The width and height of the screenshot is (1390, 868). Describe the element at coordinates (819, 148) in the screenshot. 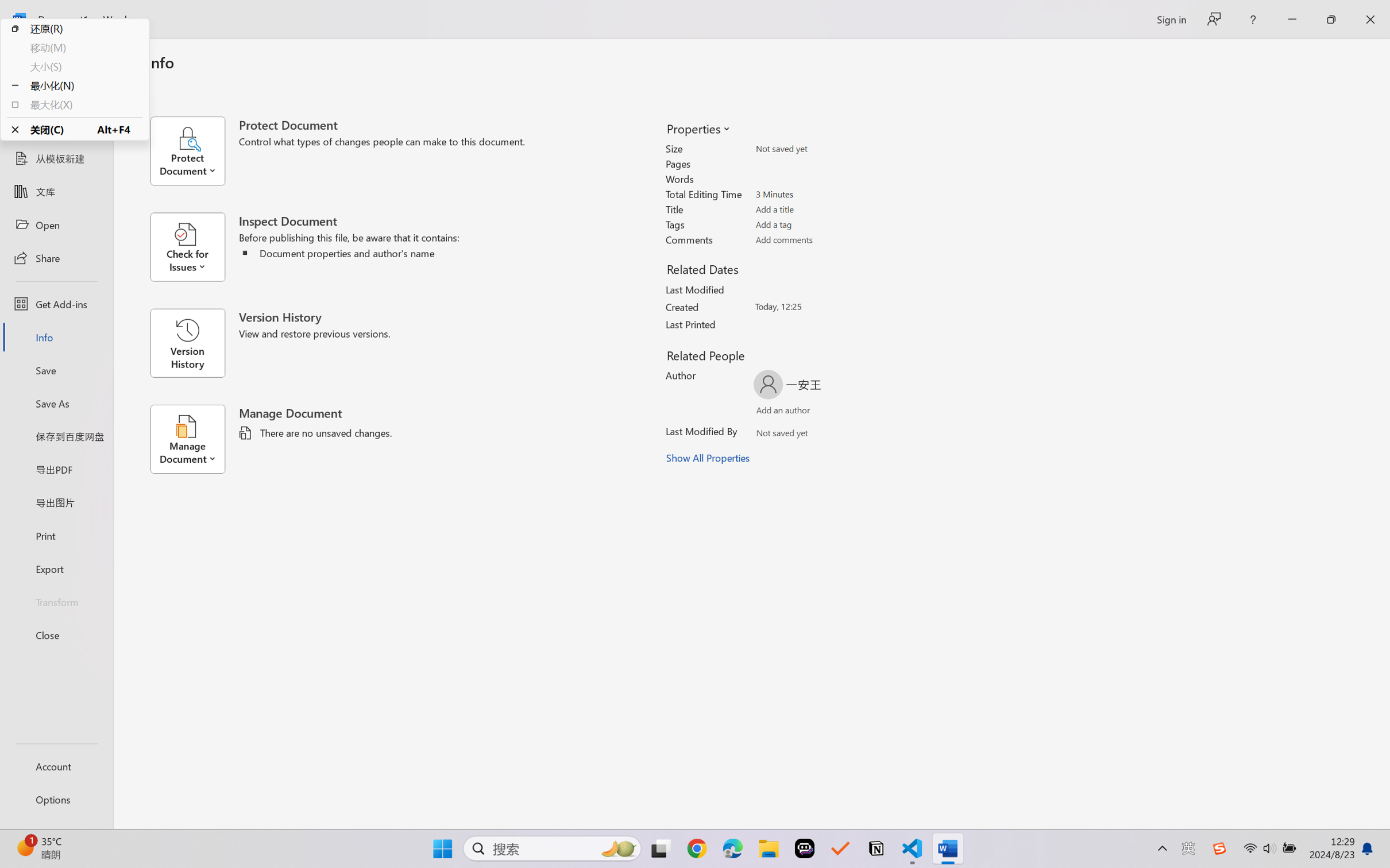

I see `'Size'` at that location.